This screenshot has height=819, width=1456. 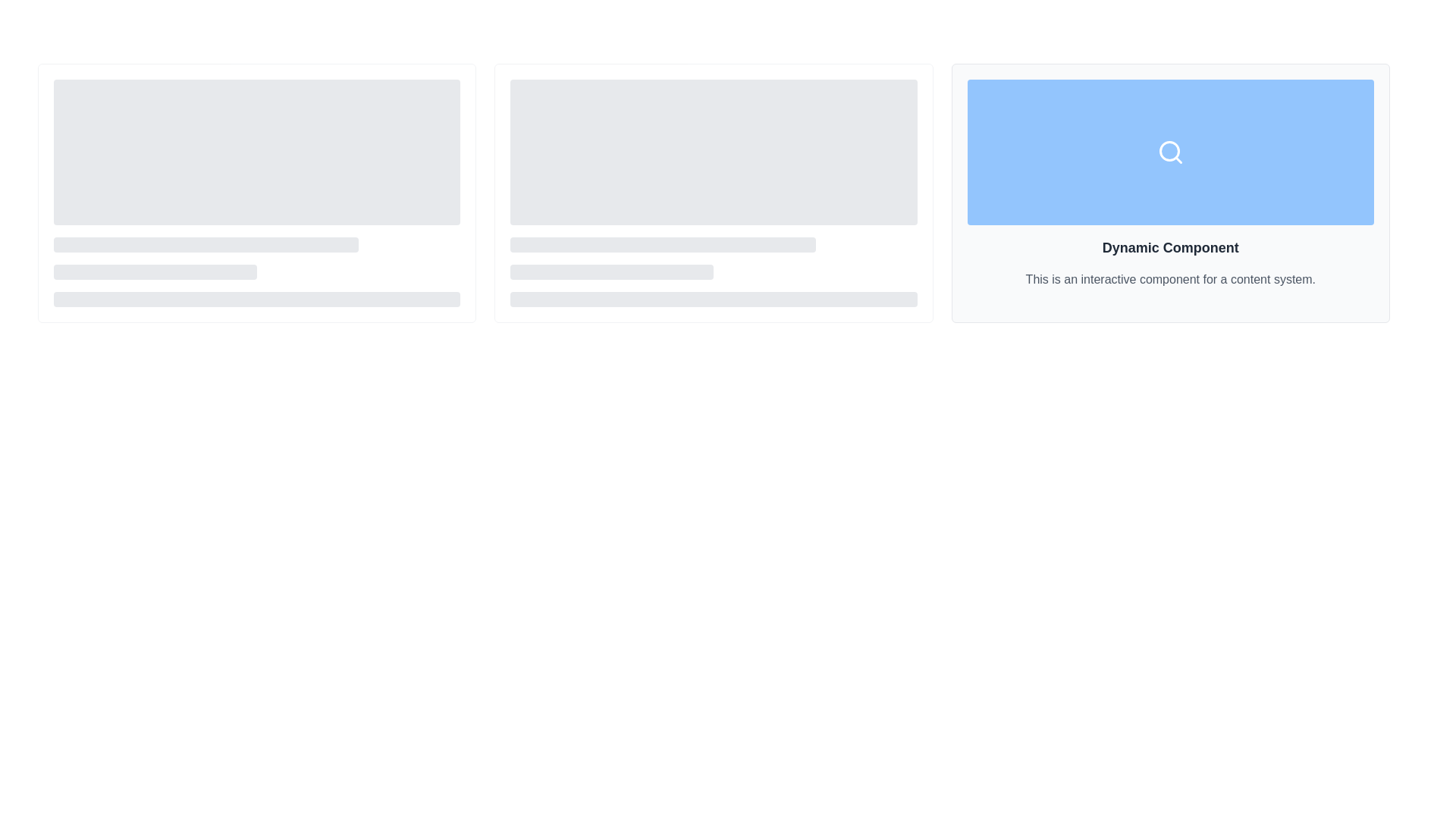 What do you see at coordinates (1169, 152) in the screenshot?
I see `the search icon located in the blue section of the rightmost dynamic component` at bounding box center [1169, 152].